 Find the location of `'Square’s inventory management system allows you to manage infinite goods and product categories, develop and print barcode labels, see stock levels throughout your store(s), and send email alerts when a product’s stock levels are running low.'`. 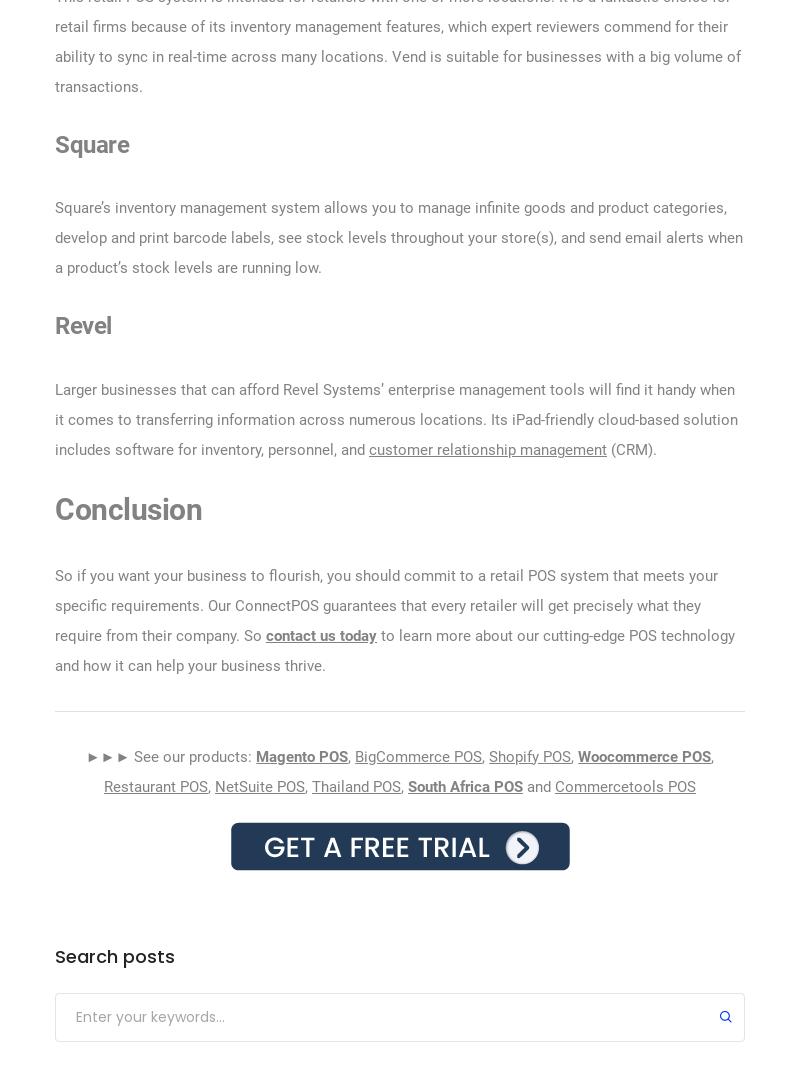

'Square’s inventory management system allows you to manage infinite goods and product categories, develop and print barcode labels, see stock levels throughout your store(s), and send email alerts when a product’s stock levels are running low.' is located at coordinates (397, 237).